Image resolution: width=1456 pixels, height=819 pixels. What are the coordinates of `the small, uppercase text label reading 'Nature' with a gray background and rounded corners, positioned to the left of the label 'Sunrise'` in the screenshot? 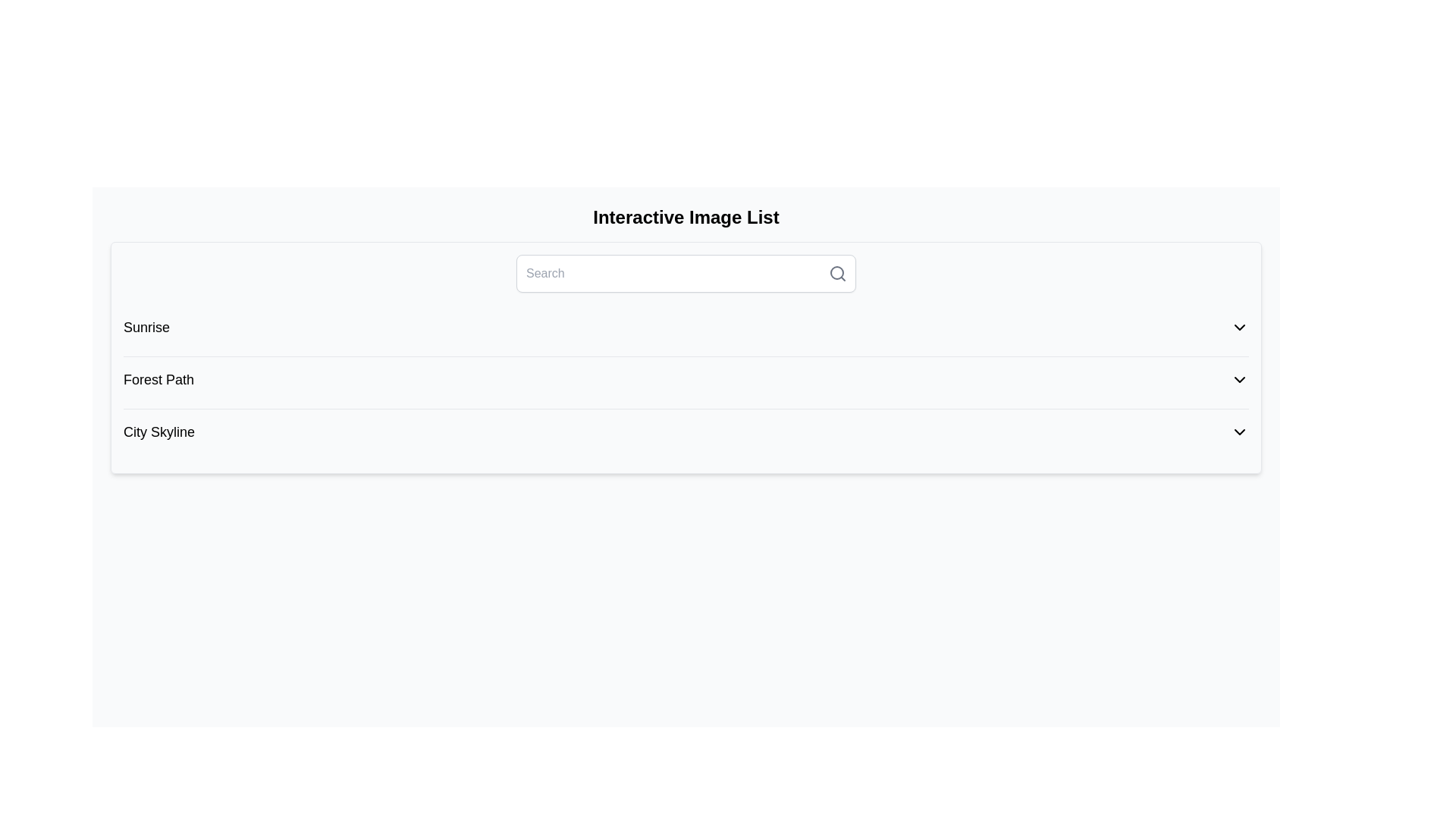 It's located at (148, 374).